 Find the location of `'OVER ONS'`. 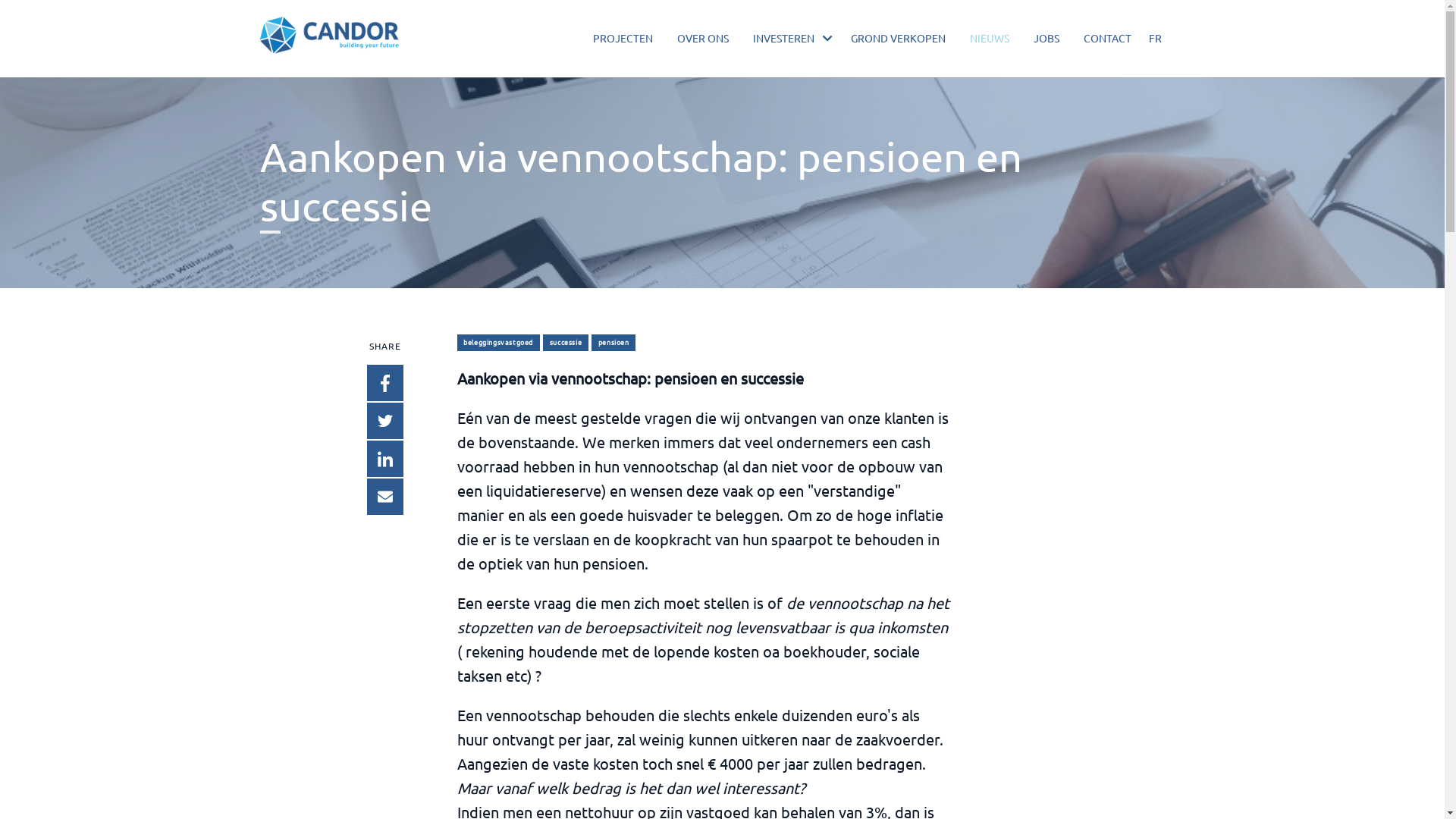

'OVER ONS' is located at coordinates (676, 37).